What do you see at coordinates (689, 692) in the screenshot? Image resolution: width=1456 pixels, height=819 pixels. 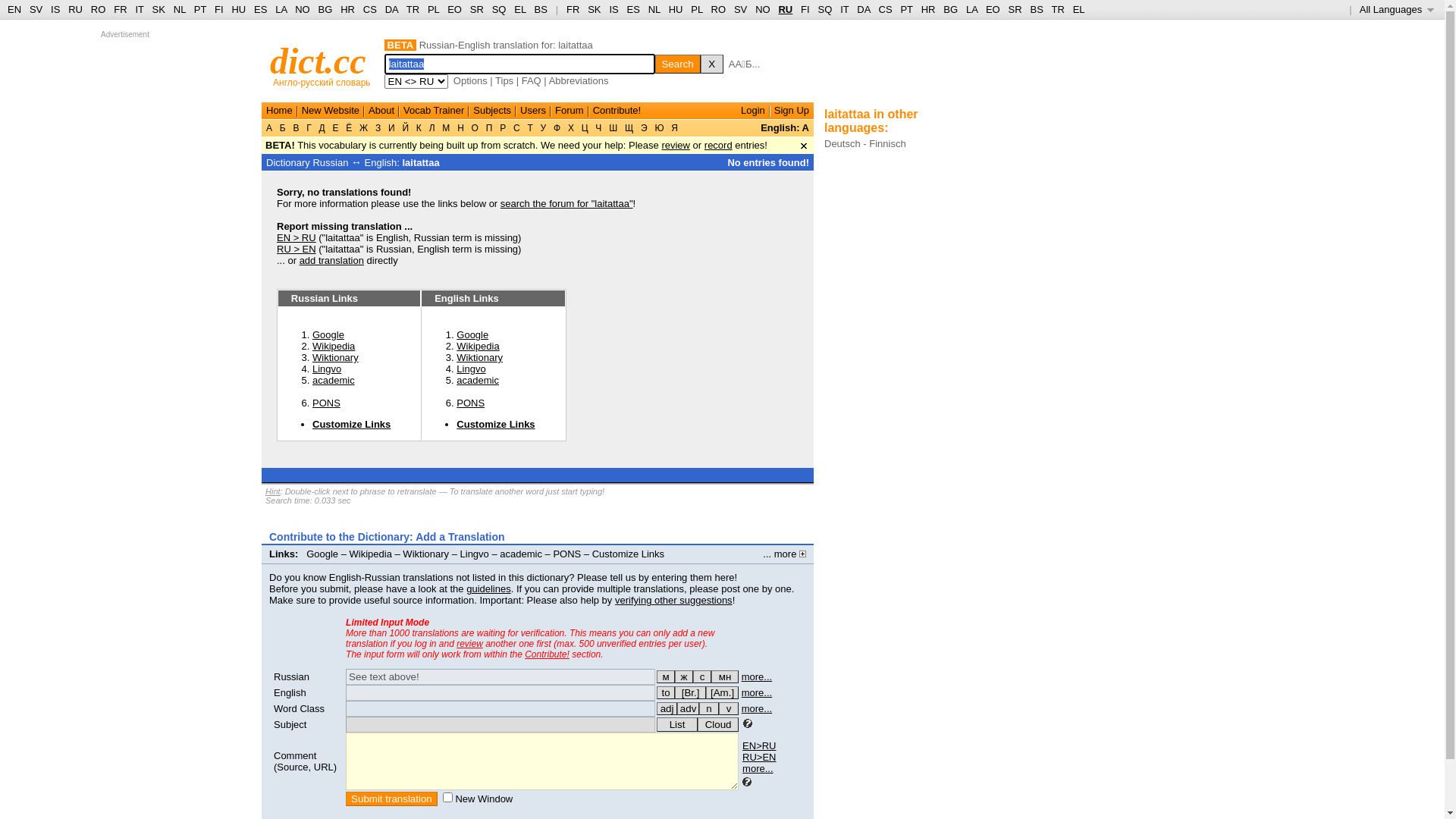 I see `'(esp.) British English'` at bounding box center [689, 692].